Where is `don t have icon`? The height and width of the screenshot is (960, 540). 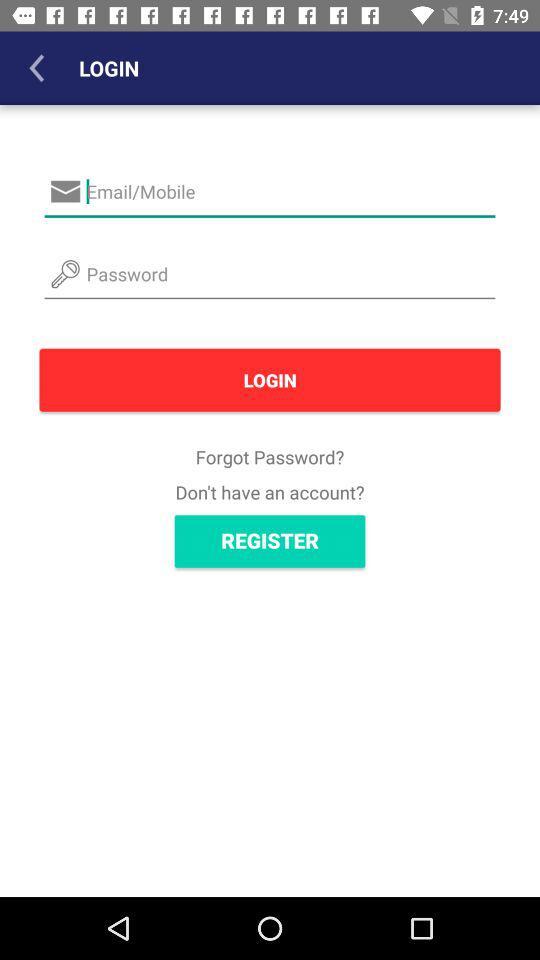
don t have icon is located at coordinates (270, 491).